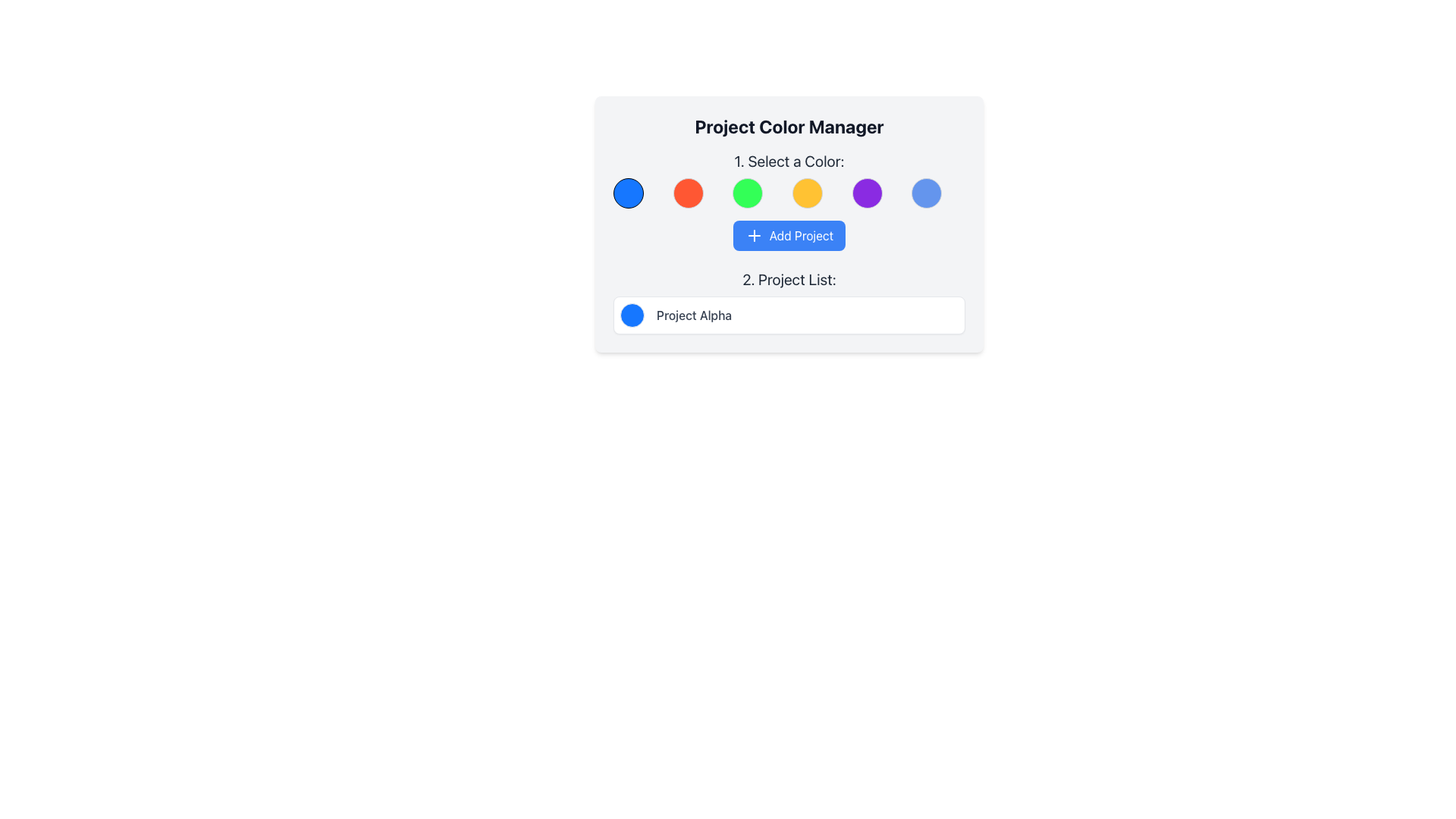  What do you see at coordinates (789, 236) in the screenshot?
I see `the 'Add Project' button, which has a blue background, white text, and a plus sign icon, located below the colored circles and above the '2. Project List:' section` at bounding box center [789, 236].